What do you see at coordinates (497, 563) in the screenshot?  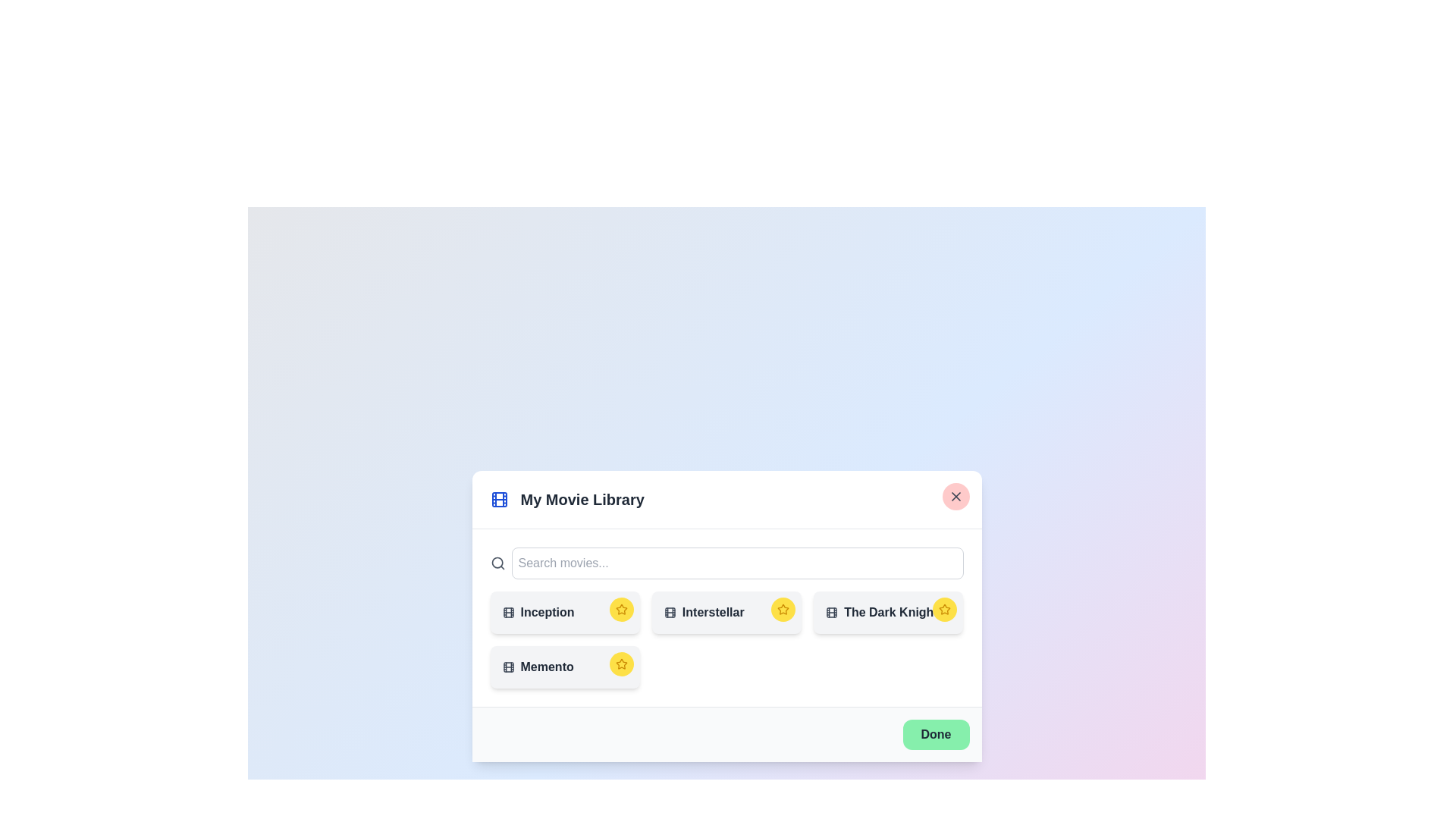 I see `the visual state of the search icon located on the left side of the search input field, adjacent to the placeholder text 'Search movies...'` at bounding box center [497, 563].